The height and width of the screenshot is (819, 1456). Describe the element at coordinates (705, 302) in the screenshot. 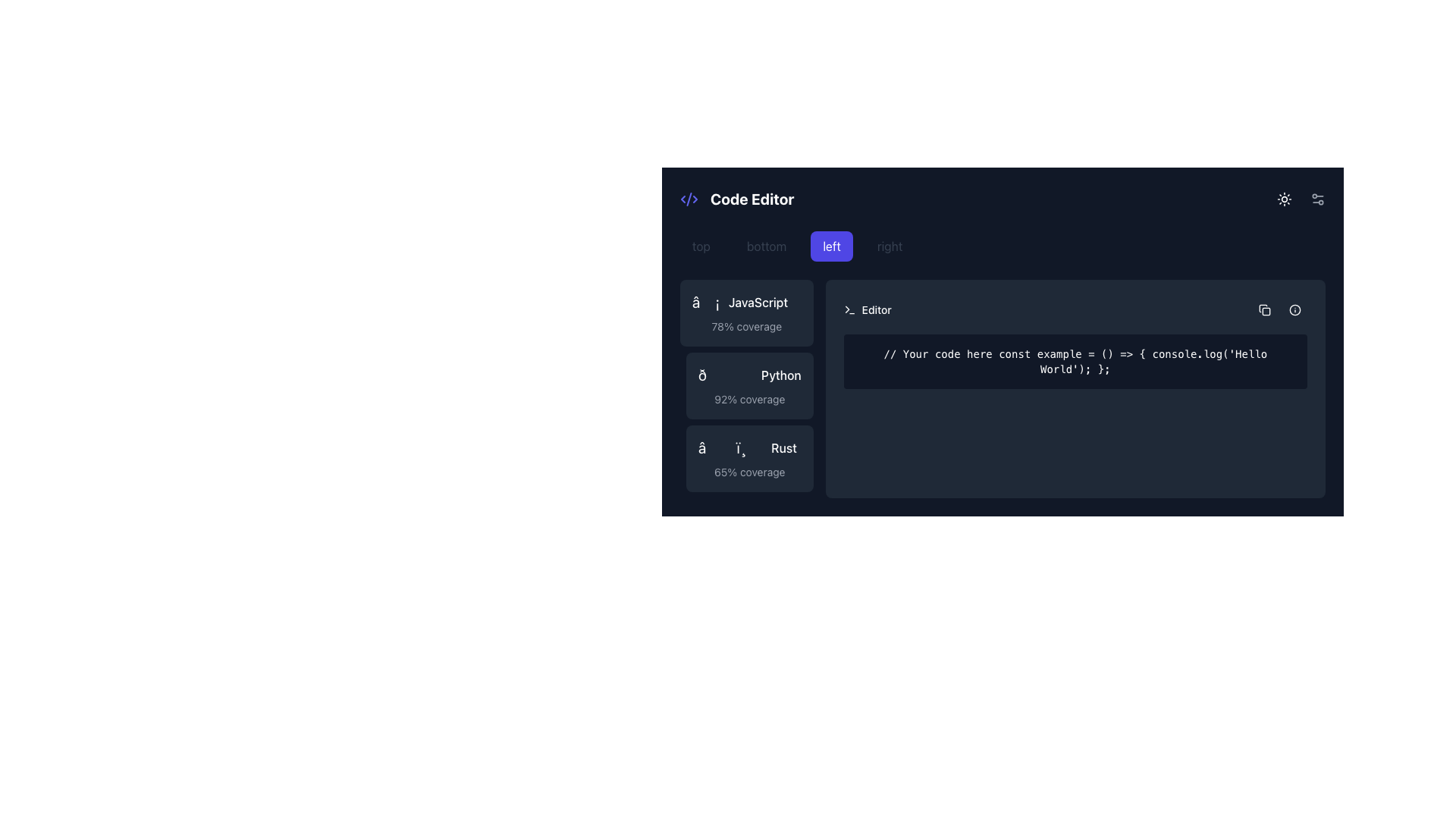

I see `the JavaScript module icon located to the left of the text 'JavaScript'` at that location.